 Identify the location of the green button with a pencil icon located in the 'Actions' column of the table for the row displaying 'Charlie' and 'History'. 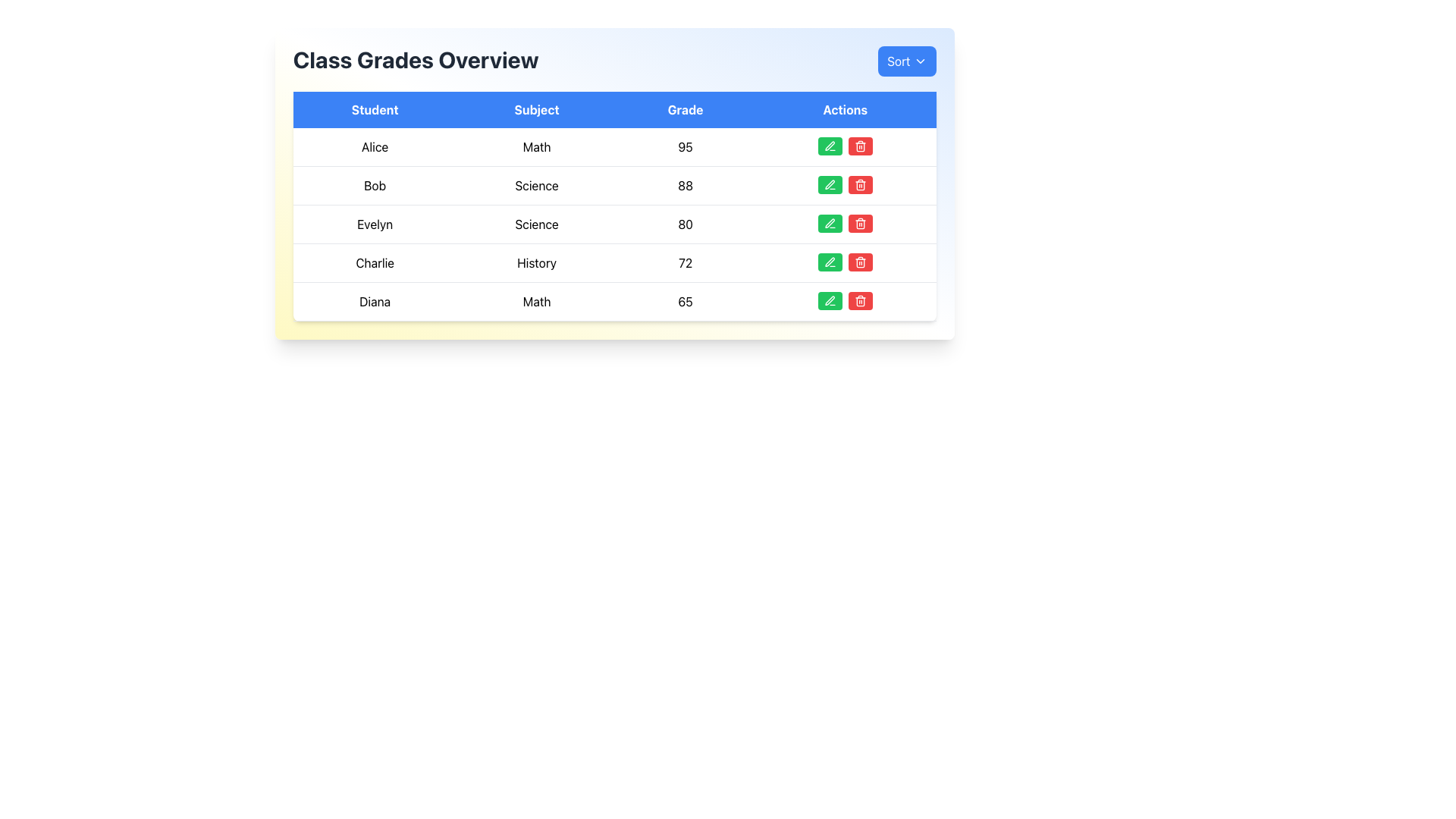
(829, 262).